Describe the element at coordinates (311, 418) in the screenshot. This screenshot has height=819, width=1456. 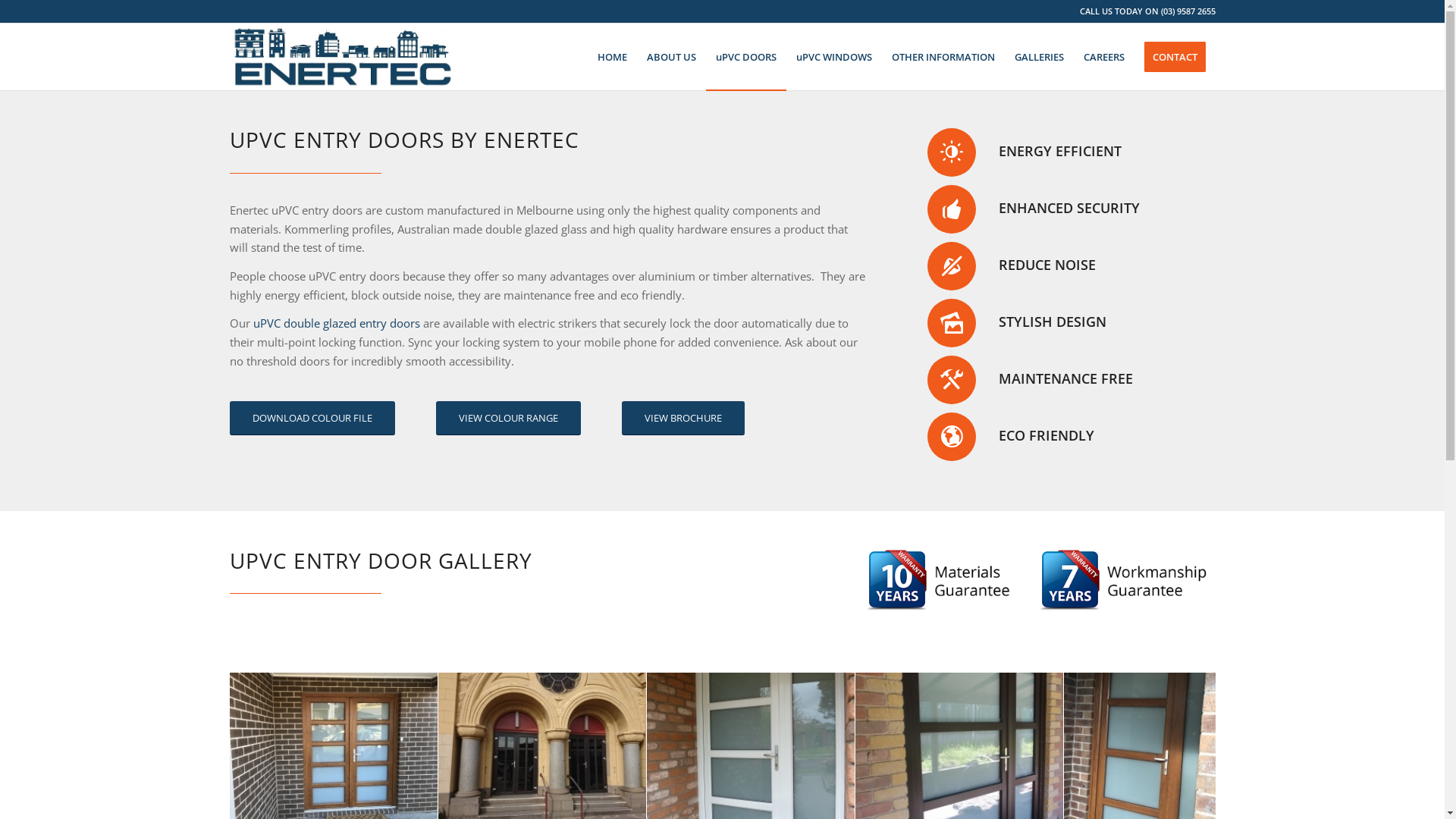
I see `'DOWNLOAD COLOUR FILE'` at that location.